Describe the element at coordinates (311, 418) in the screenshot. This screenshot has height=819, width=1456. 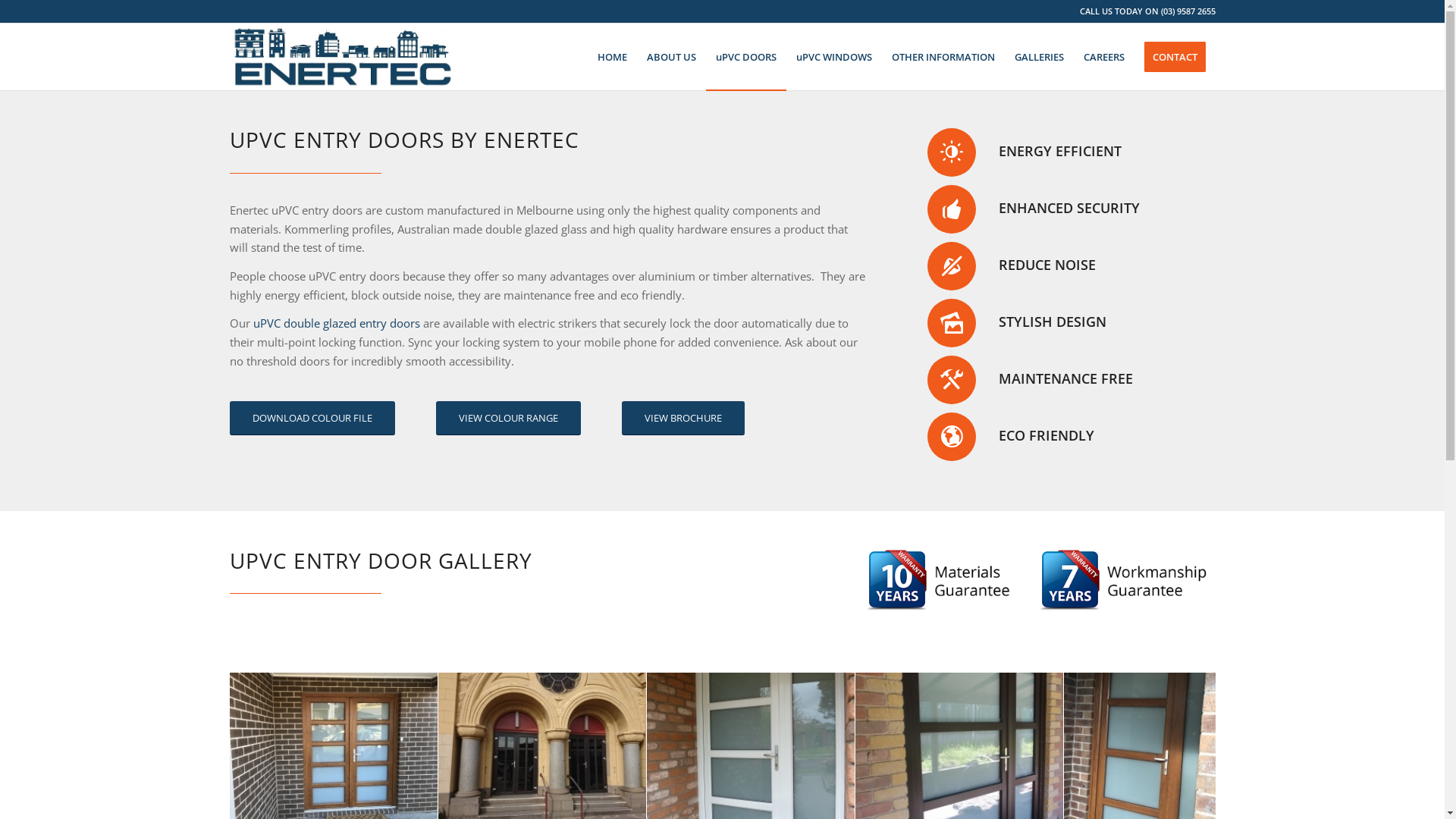
I see `'DOWNLOAD COLOUR FILE'` at that location.